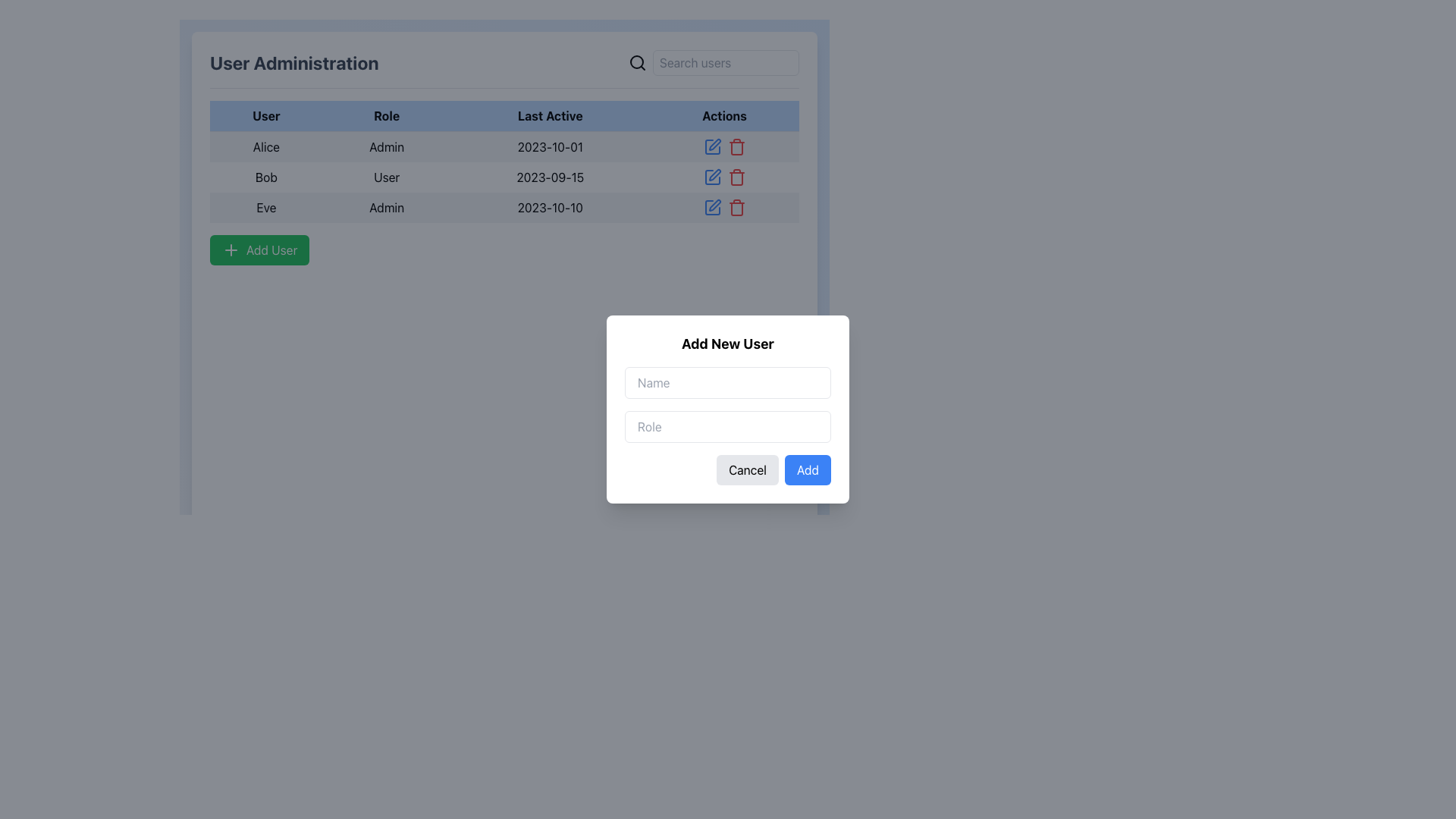  Describe the element at coordinates (231, 249) in the screenshot. I see `the small plus sign icon with a green background and white lines, located on the left side of the 'Add User' button in the 'User Administration' section, to initiate the user addition process` at that location.